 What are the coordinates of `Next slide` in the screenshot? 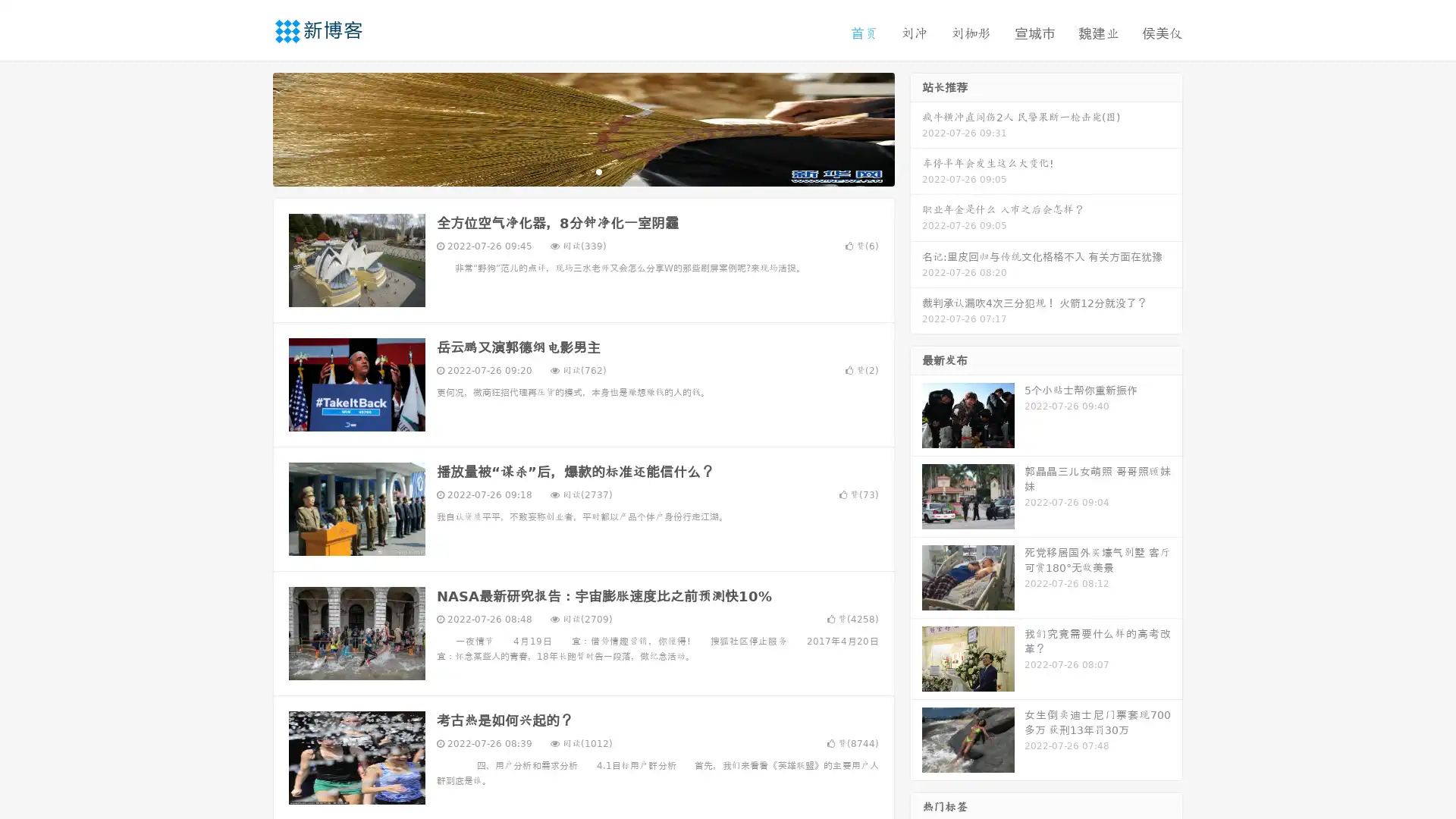 It's located at (916, 127).